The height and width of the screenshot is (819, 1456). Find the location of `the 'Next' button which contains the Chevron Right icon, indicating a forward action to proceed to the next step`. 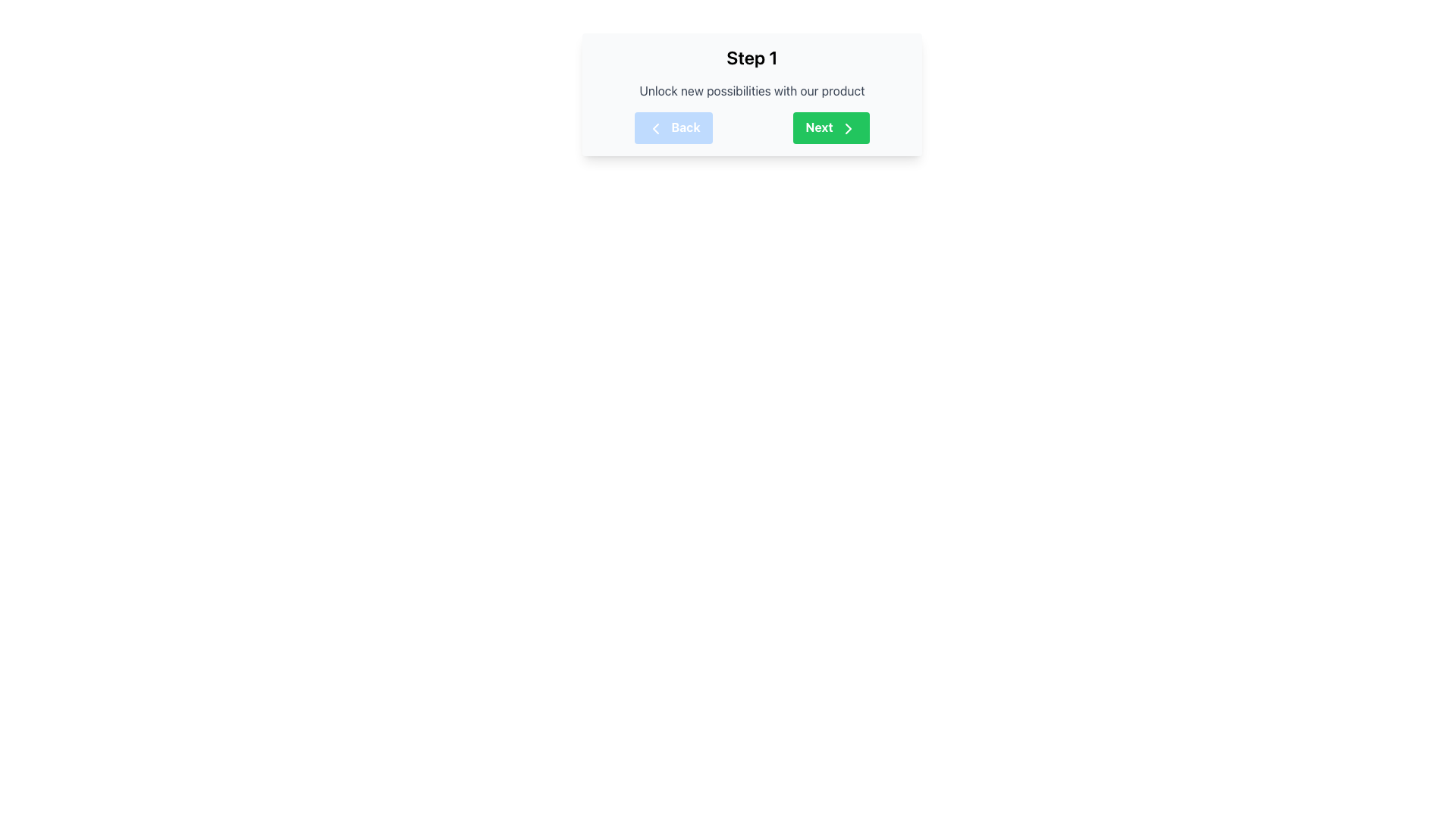

the 'Next' button which contains the Chevron Right icon, indicating a forward action to proceed to the next step is located at coordinates (847, 127).